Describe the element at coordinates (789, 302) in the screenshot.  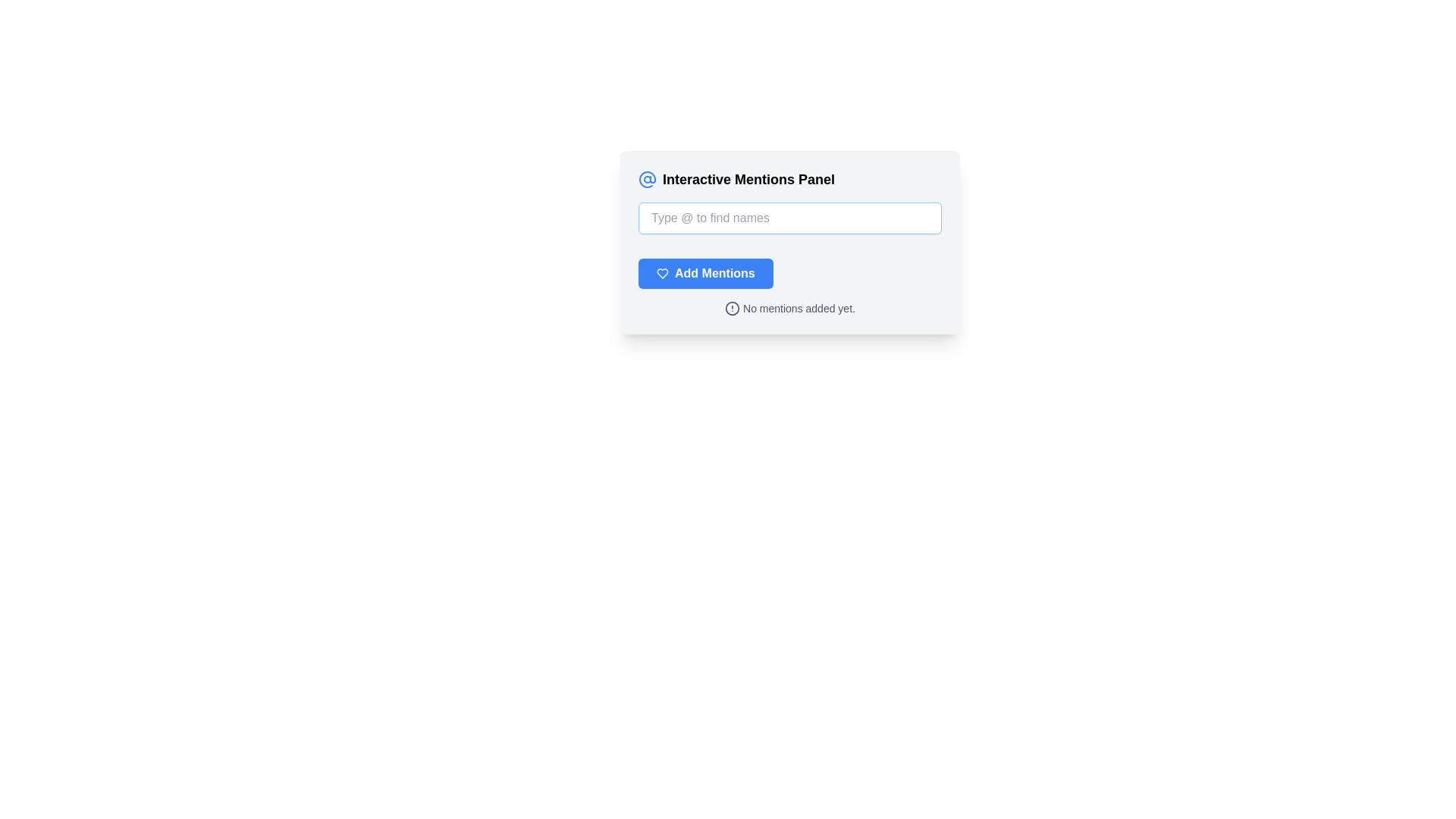
I see `the informational static text label that indicates there are no mentions added, which is located directly below the 'Add Mentions' button` at that location.